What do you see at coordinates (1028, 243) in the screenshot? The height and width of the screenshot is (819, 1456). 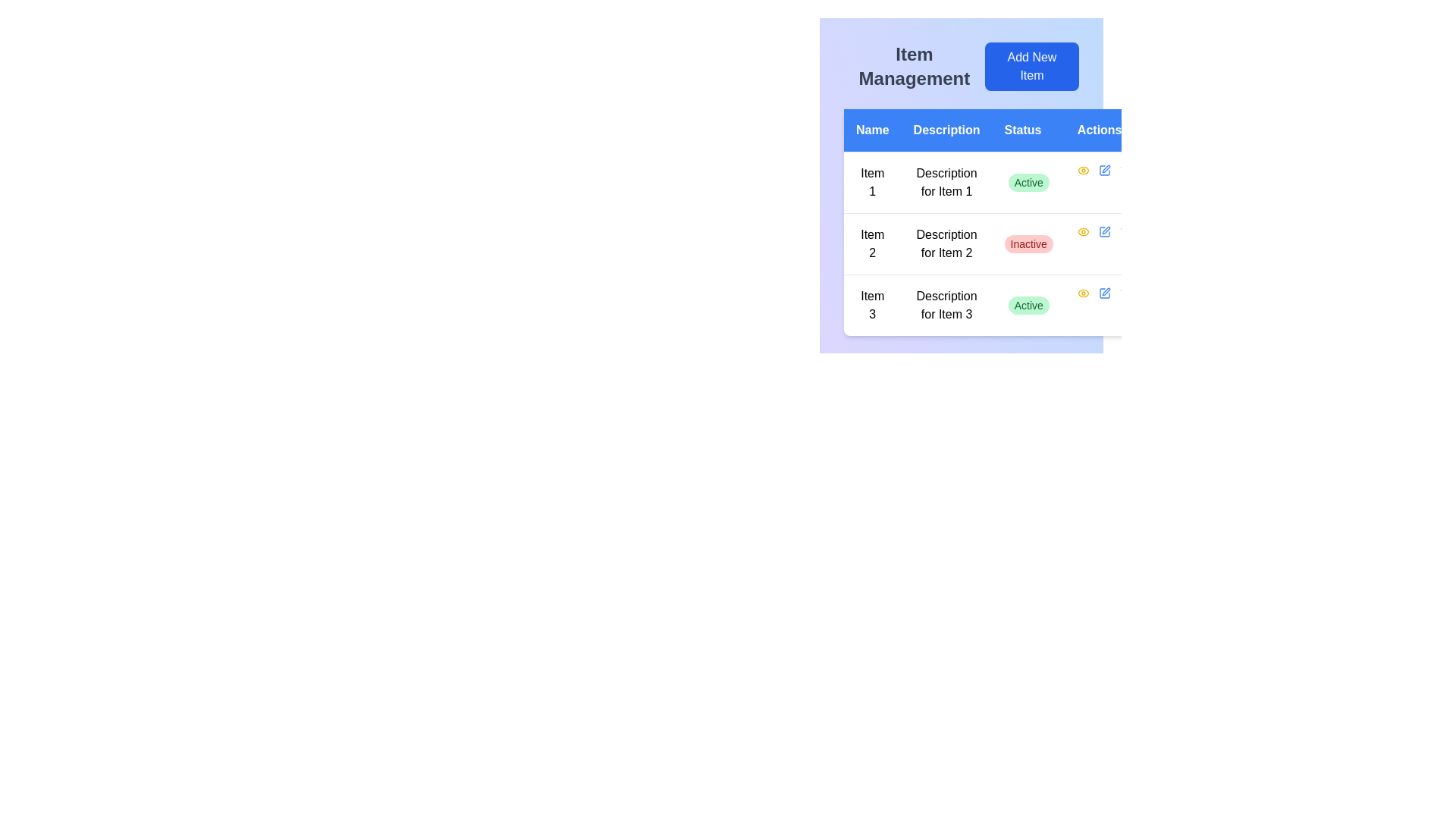 I see `the 'Inactive' status indicator in the 'Status' column of the second row under 'Item Management', which is aligned with 'Description for Item 2'` at bounding box center [1028, 243].